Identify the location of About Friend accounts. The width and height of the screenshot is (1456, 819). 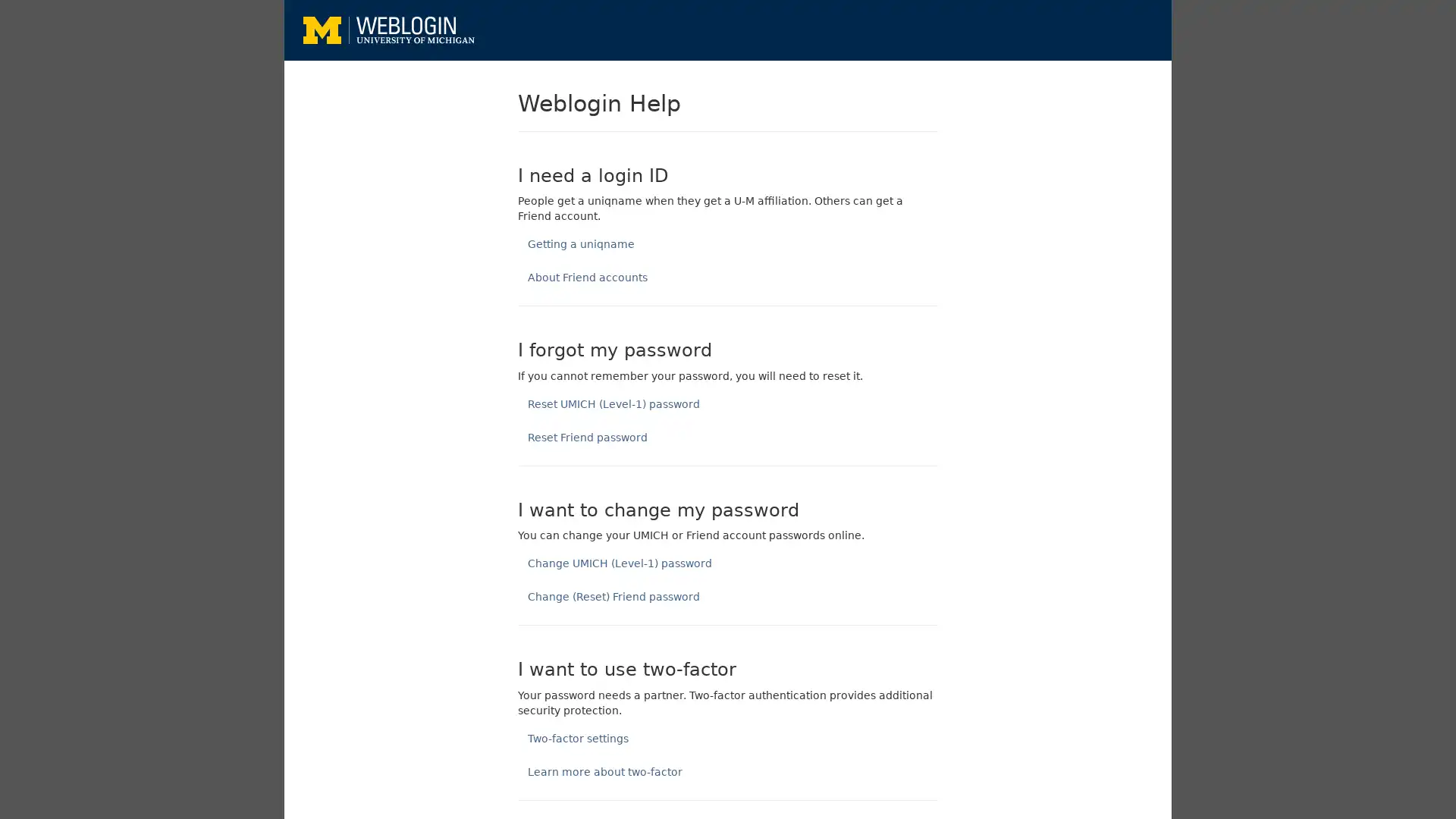
(585, 278).